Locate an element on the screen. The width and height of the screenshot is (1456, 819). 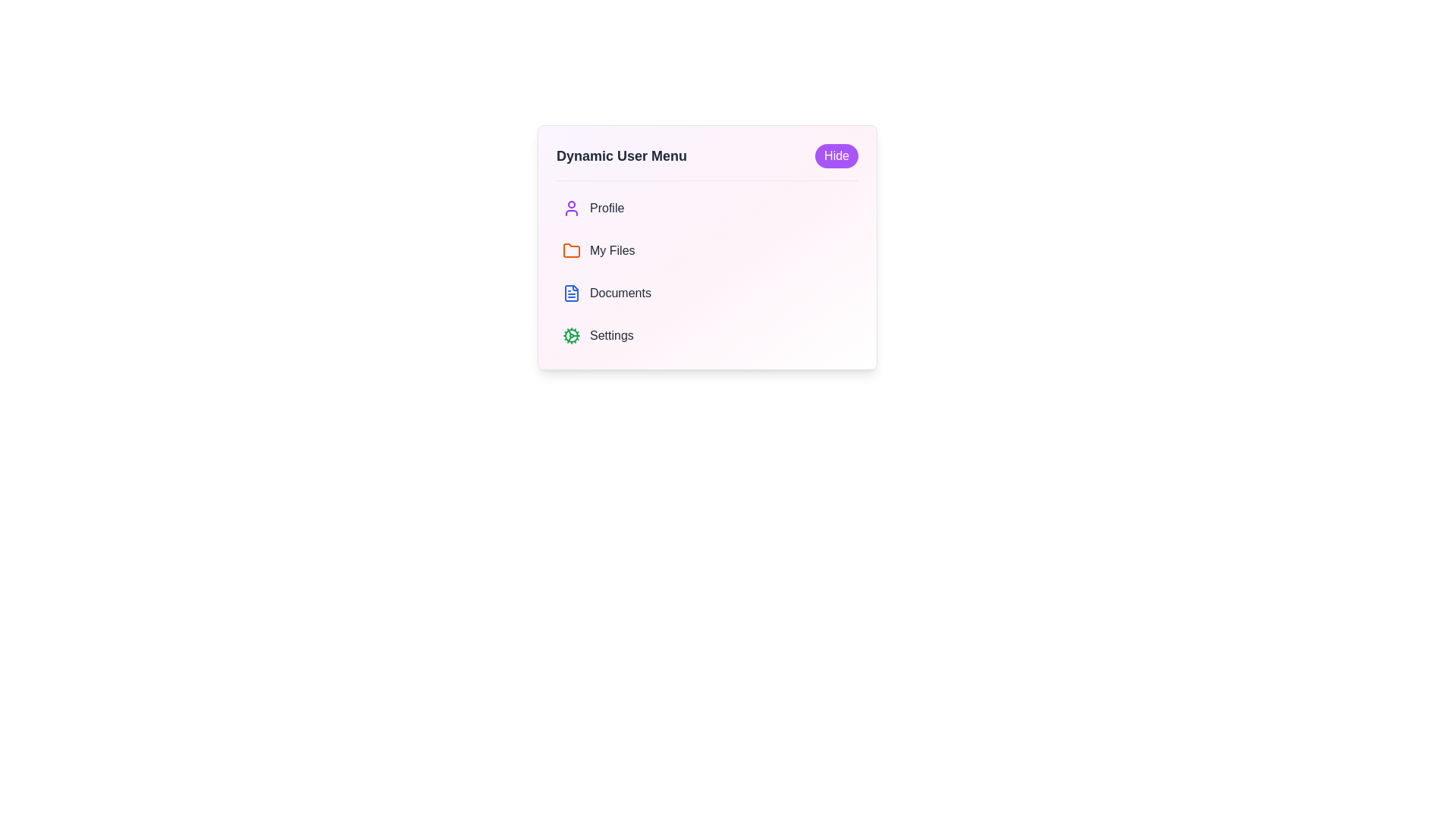
the 'Profile' text label, which is prominently displayed in gray text below the 'Dynamic User Menu' heading is located at coordinates (607, 208).